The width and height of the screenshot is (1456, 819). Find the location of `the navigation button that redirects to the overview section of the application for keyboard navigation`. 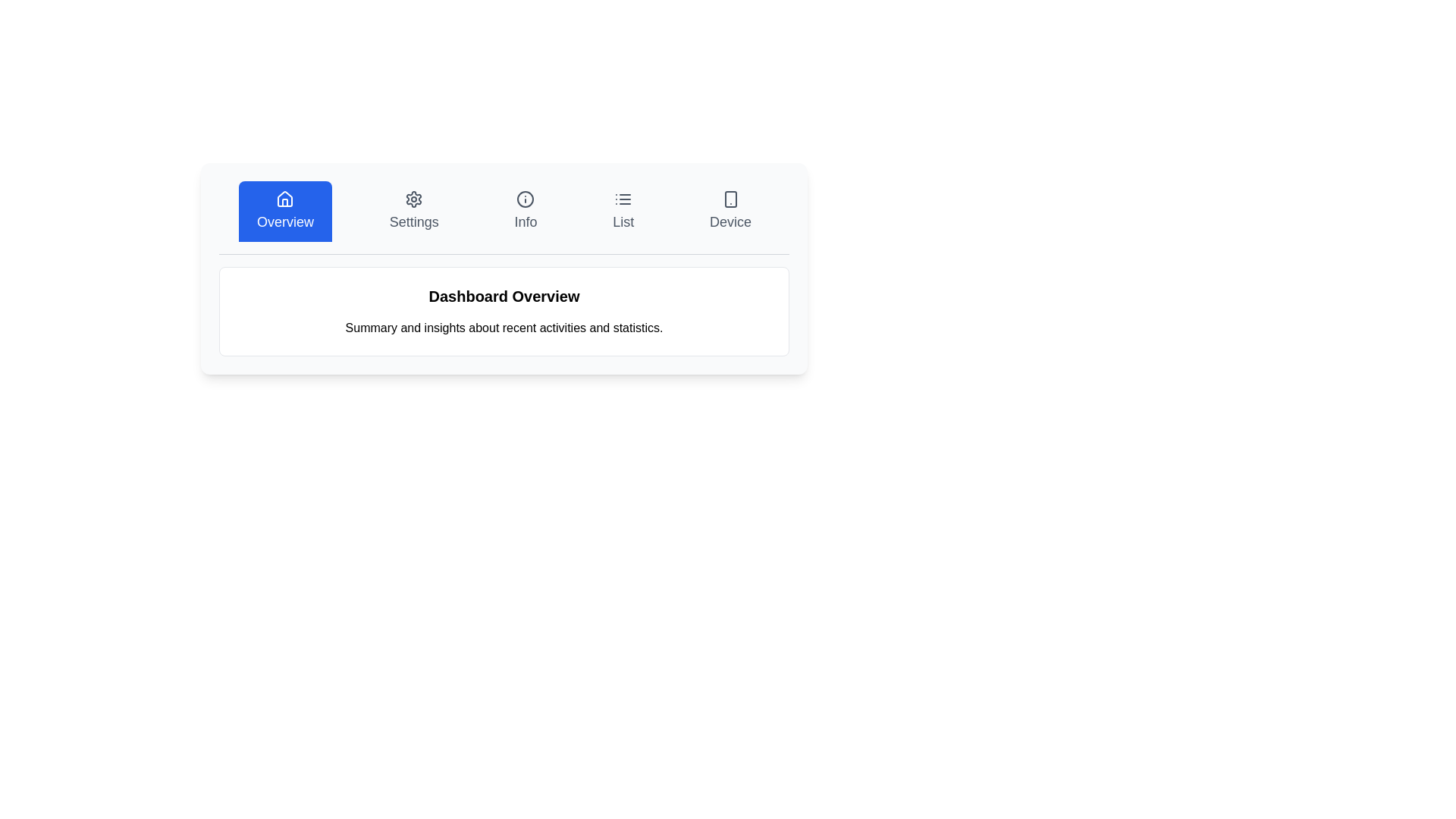

the navigation button that redirects to the overview section of the application for keyboard navigation is located at coordinates (285, 211).